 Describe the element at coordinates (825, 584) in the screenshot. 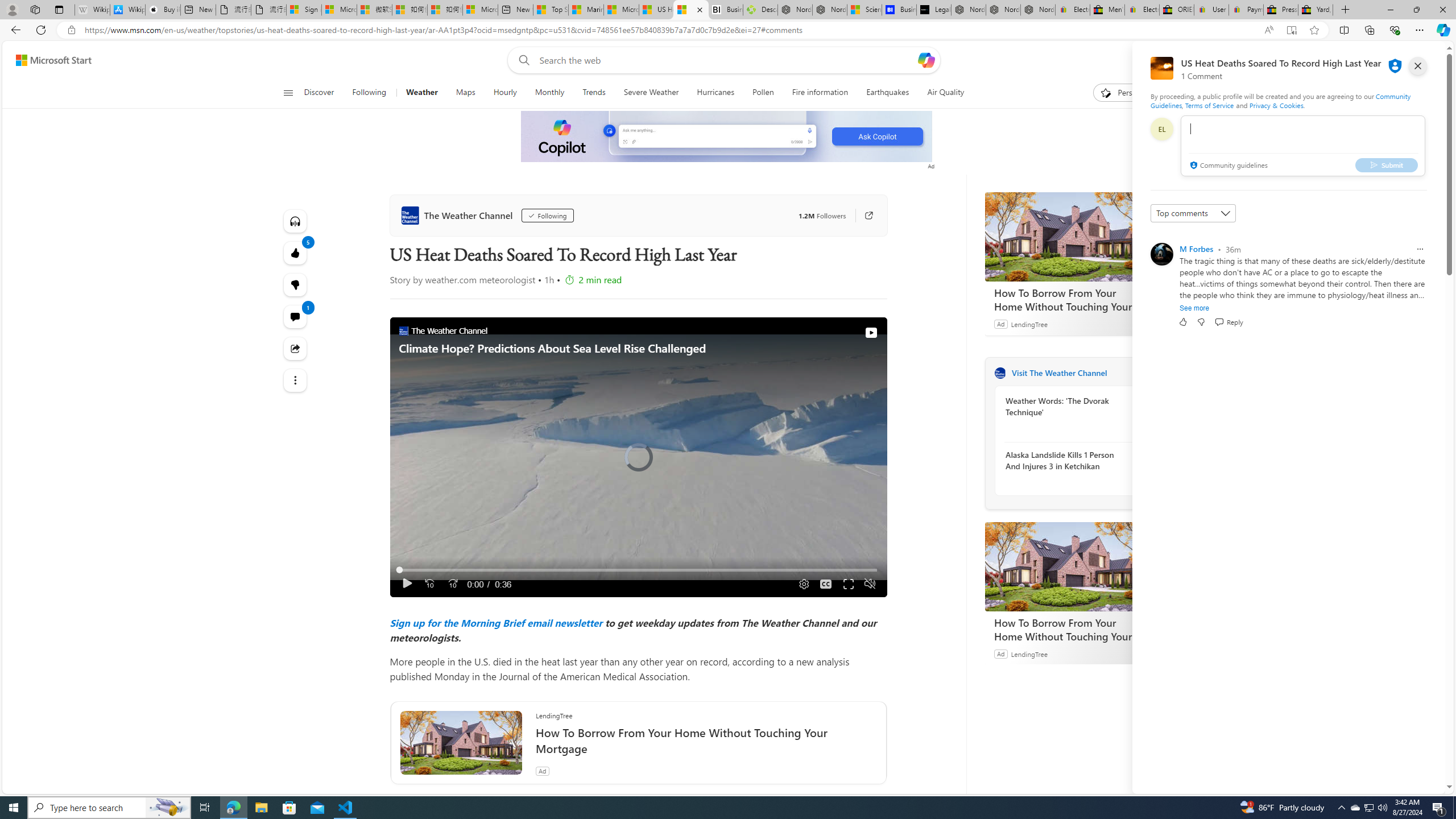

I see `'Captions'` at that location.